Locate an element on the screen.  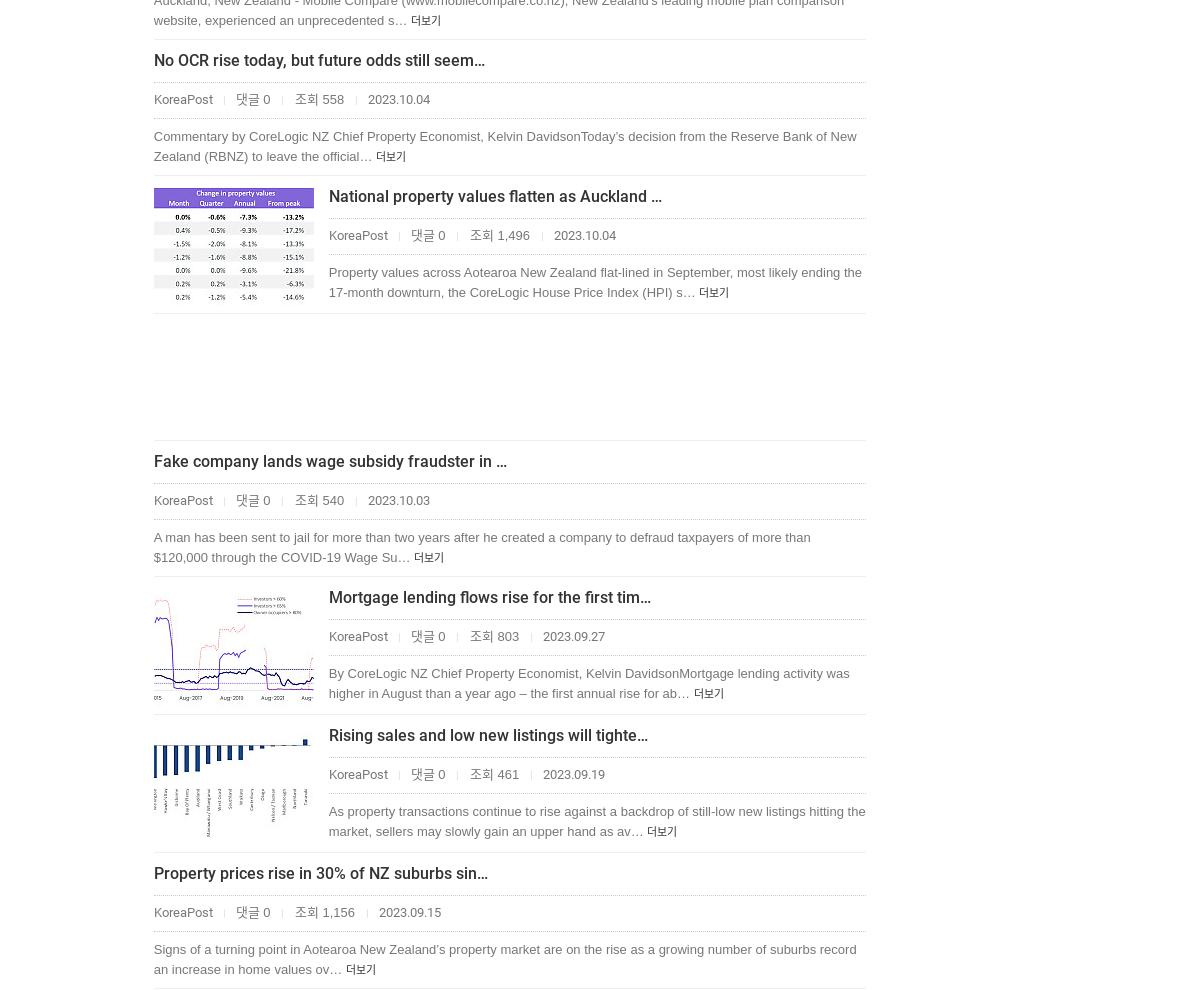
'Property prices rise in 30% of NZ suburbs sin…' is located at coordinates (320, 873).